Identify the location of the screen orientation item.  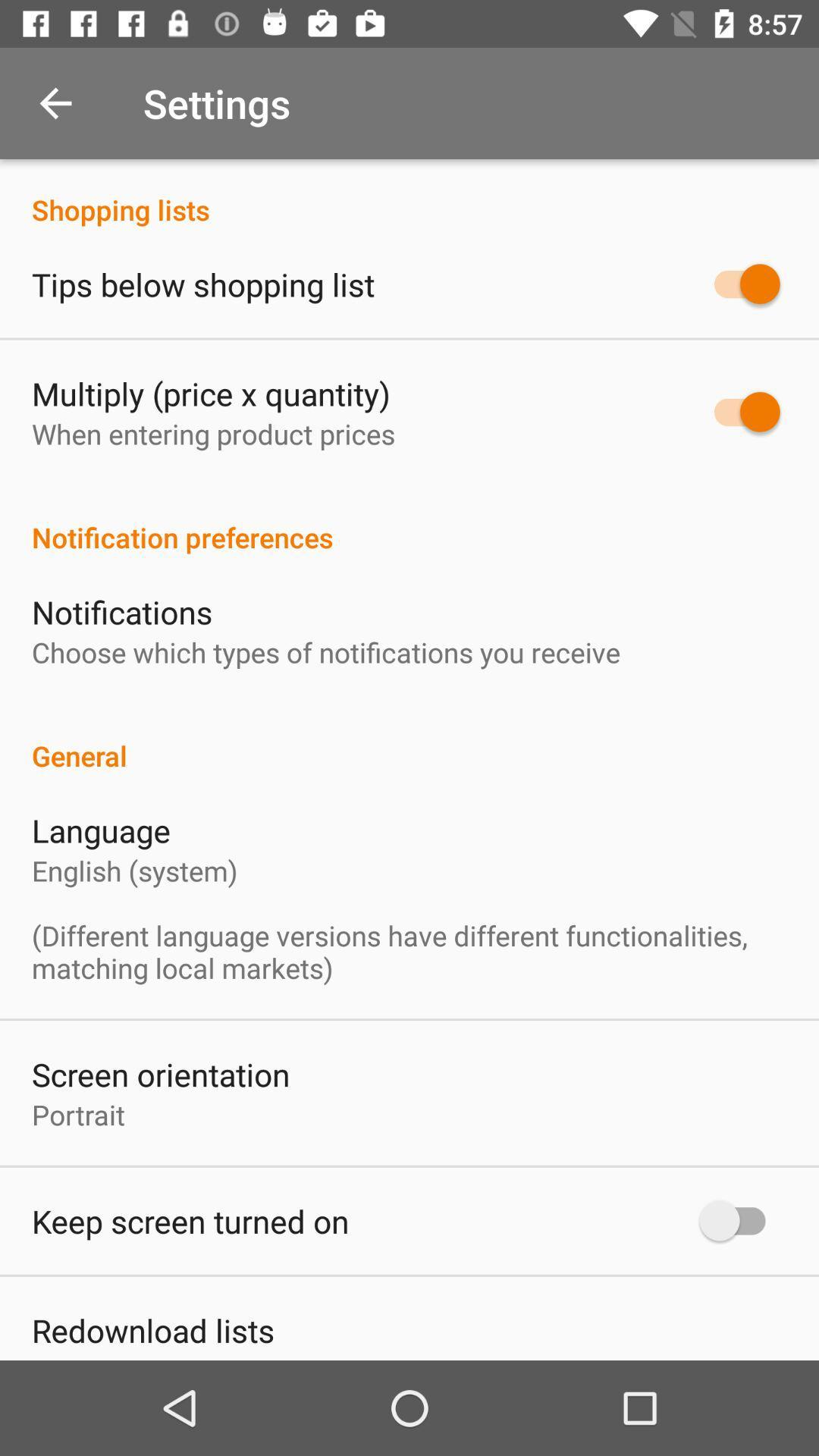
(161, 1073).